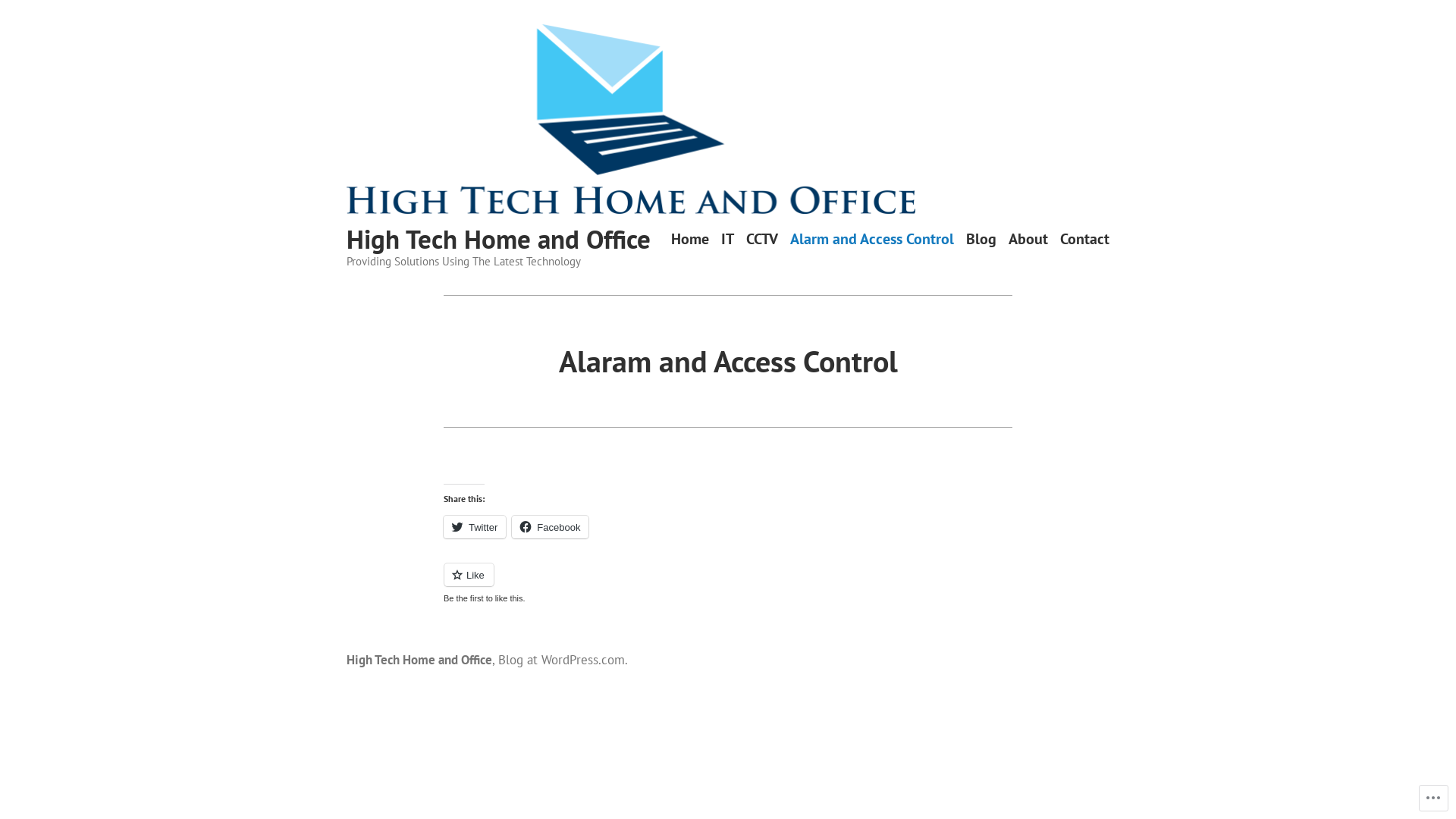  Describe the element at coordinates (562, 658) in the screenshot. I see `'Blog at WordPress.com.'` at that location.